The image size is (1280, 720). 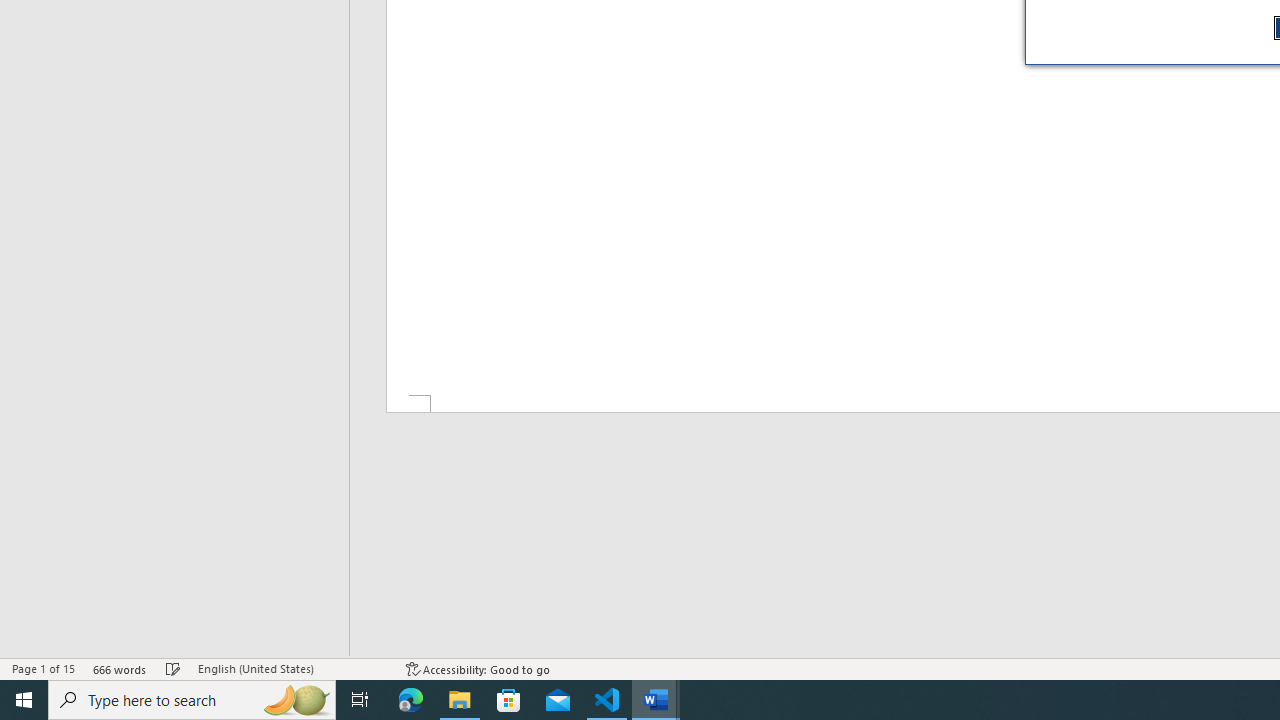 What do you see at coordinates (410, 698) in the screenshot?
I see `'Microsoft Edge'` at bounding box center [410, 698].